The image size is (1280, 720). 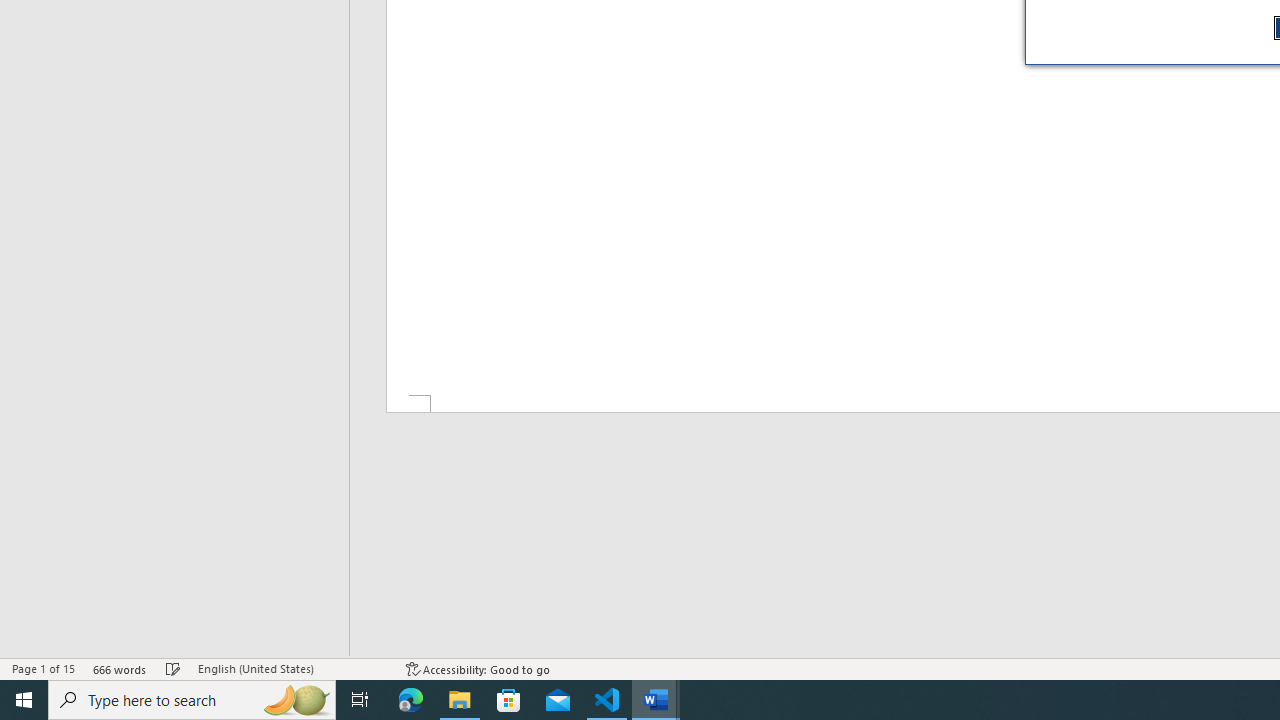 What do you see at coordinates (410, 698) in the screenshot?
I see `'Microsoft Edge'` at bounding box center [410, 698].